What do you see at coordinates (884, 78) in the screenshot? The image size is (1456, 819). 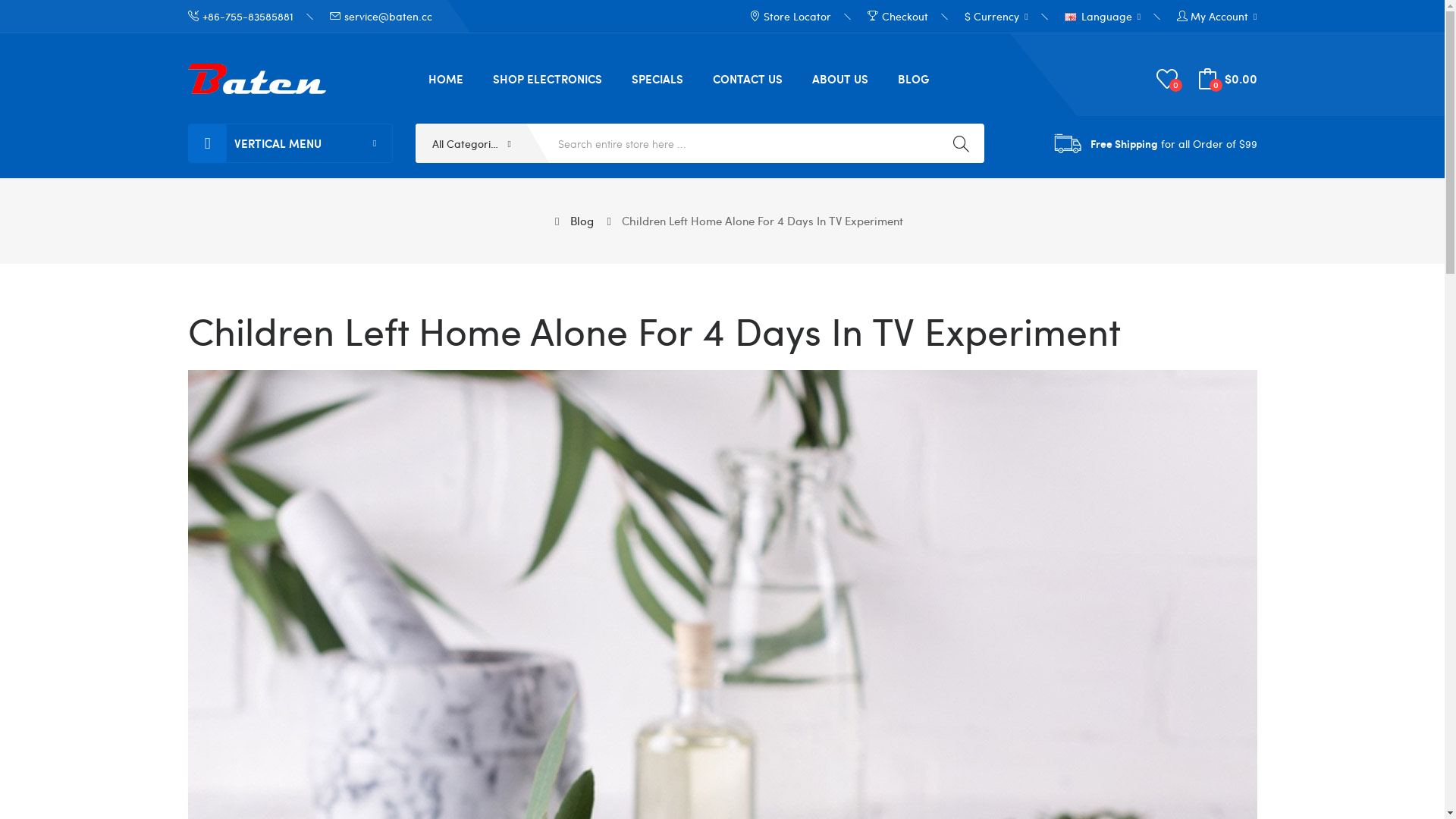 I see `'BLOG'` at bounding box center [884, 78].